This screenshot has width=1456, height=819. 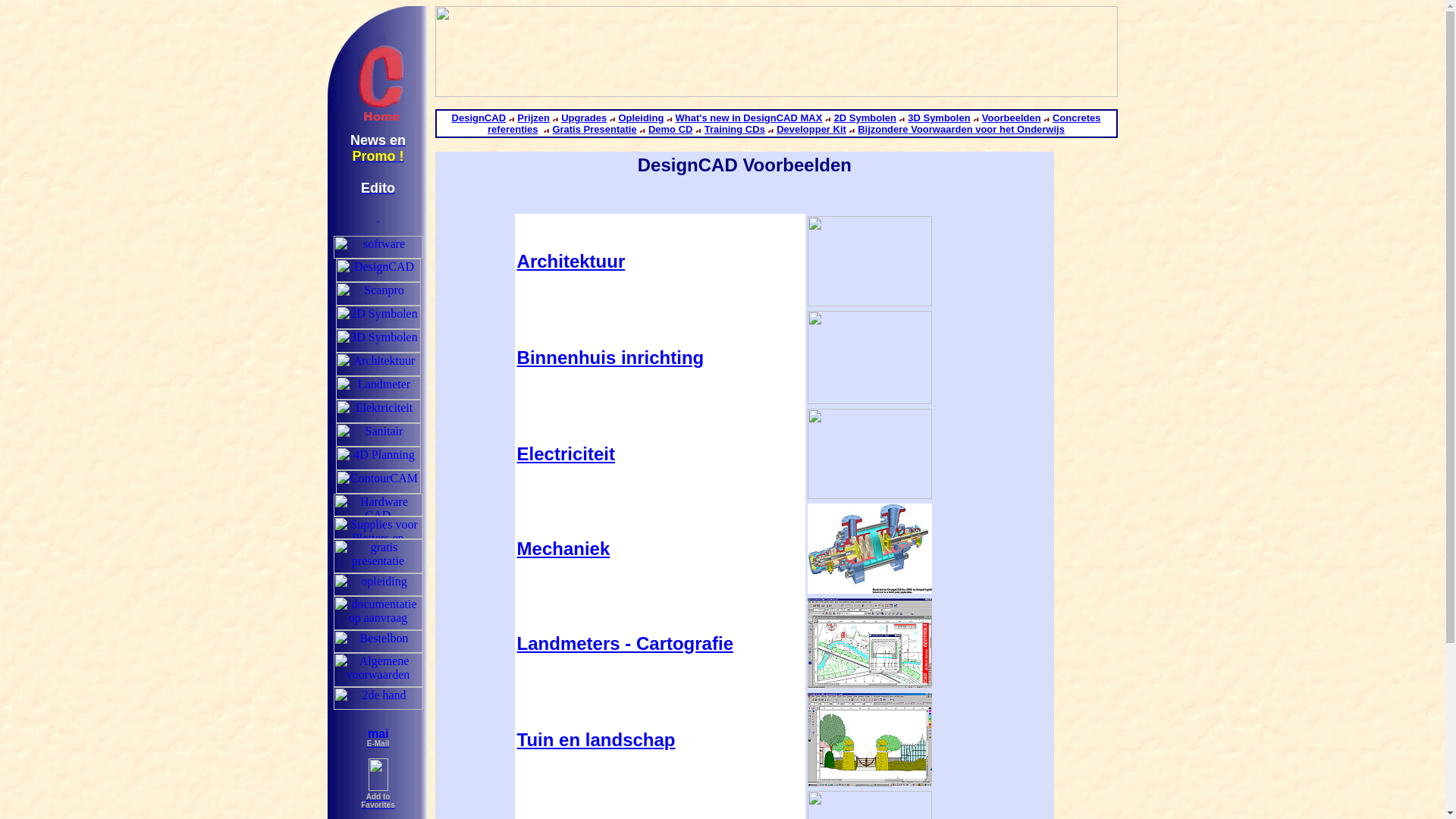 What do you see at coordinates (593, 128) in the screenshot?
I see `'Gratis Presentatie'` at bounding box center [593, 128].